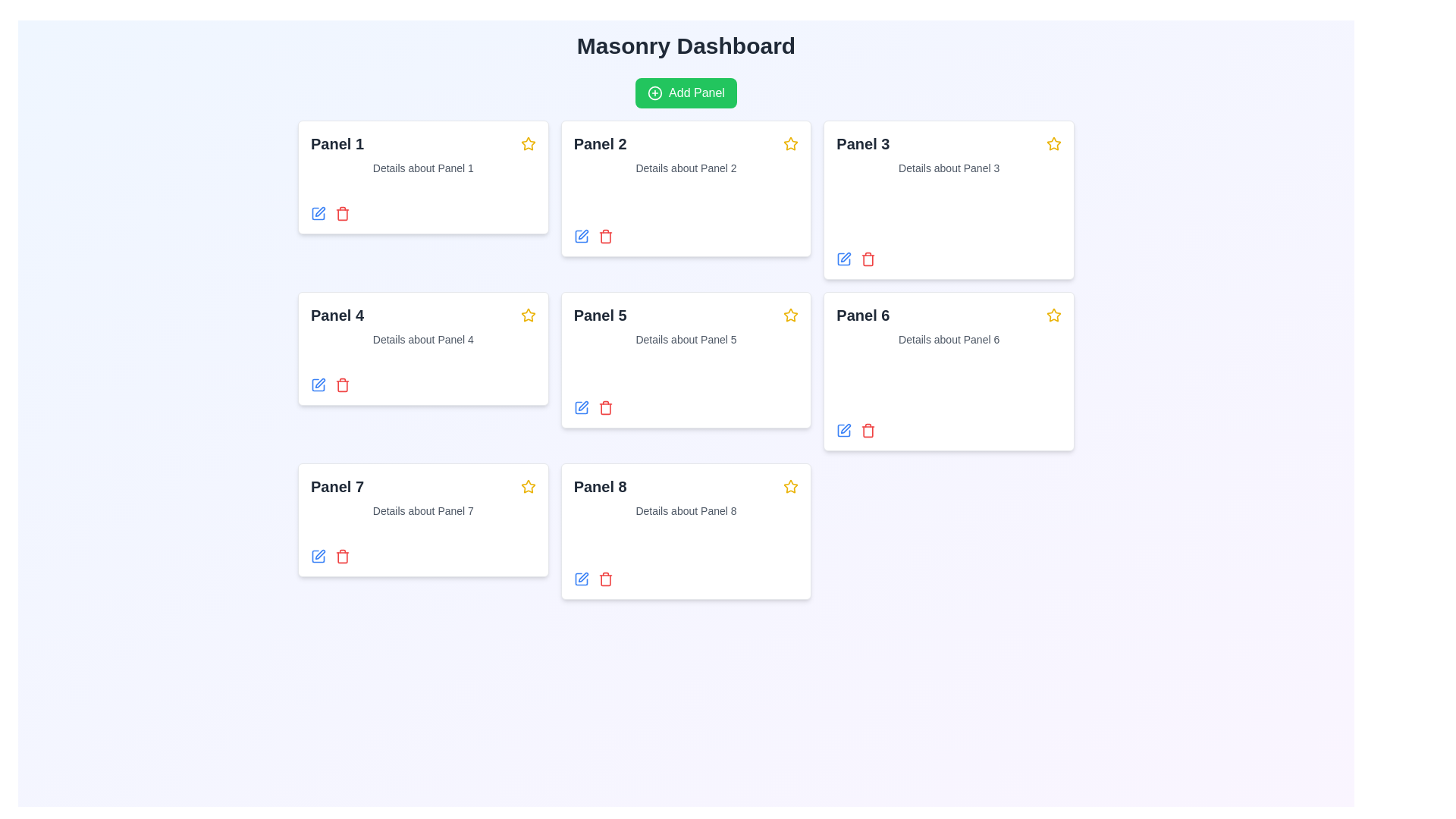 Image resolution: width=1456 pixels, height=819 pixels. What do you see at coordinates (790, 143) in the screenshot?
I see `the star-shaped icon outlined in yellow located near the top-right corner of the card labeled 'Panel 6'` at bounding box center [790, 143].